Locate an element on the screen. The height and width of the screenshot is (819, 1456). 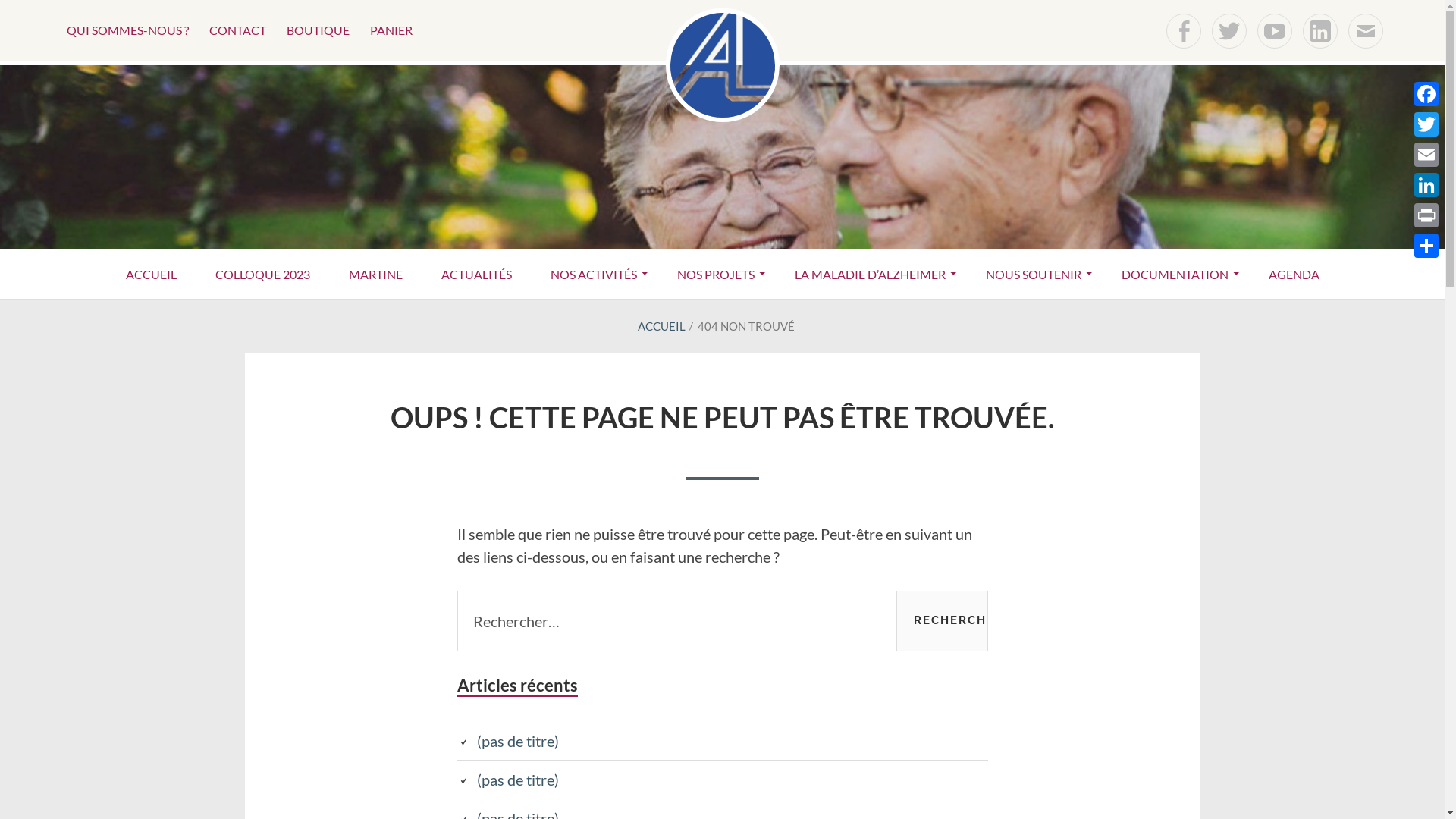
'QUI SOMMES-NOUS ?' is located at coordinates (127, 30).